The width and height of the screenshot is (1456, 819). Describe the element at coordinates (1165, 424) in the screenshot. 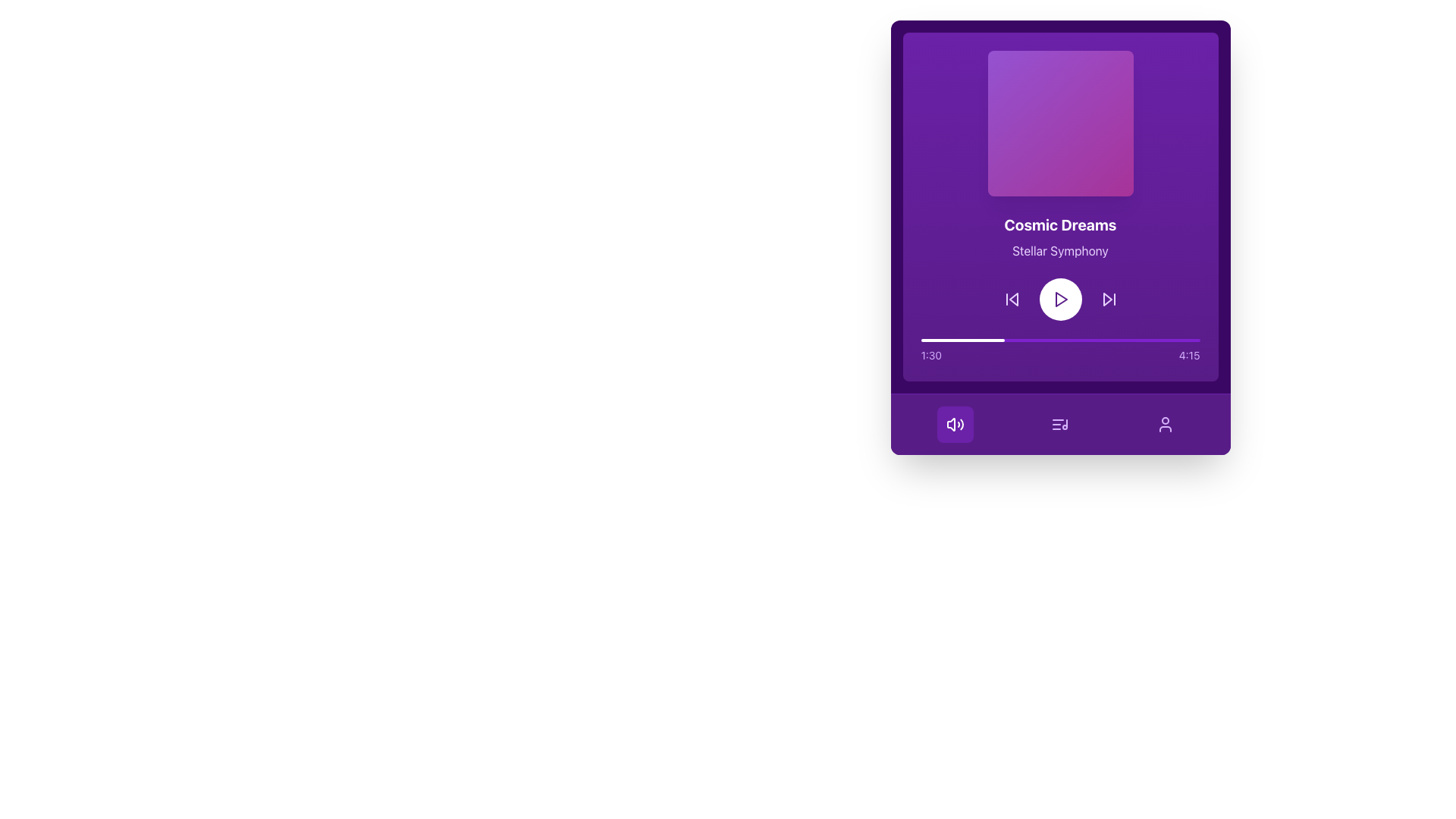

I see `the user profile icon located at the bottom right of the application interface` at that location.